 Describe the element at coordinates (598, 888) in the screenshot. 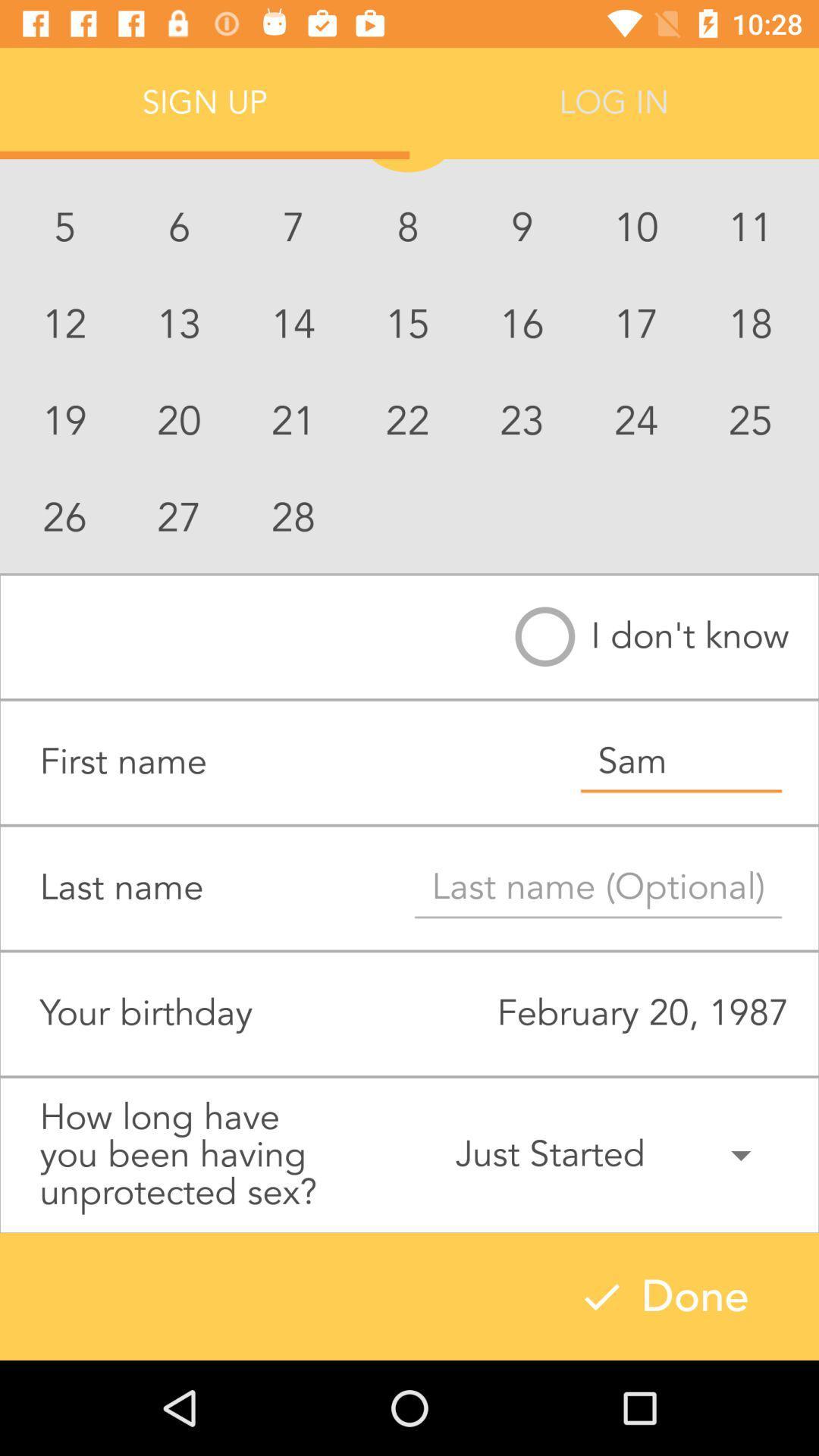

I see `the text in last name field` at that location.